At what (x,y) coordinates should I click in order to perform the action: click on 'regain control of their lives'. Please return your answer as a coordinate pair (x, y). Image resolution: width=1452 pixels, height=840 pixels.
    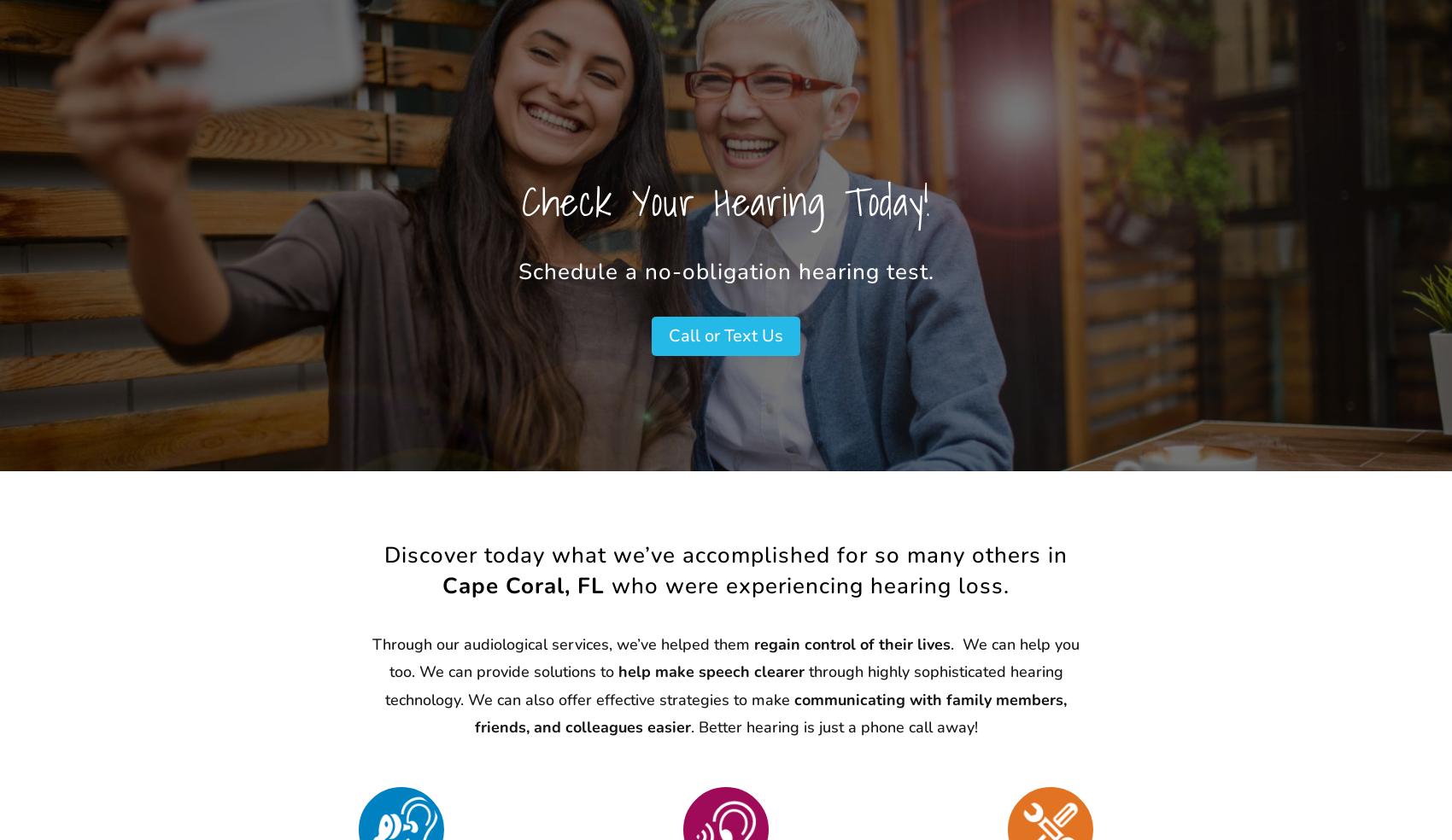
    Looking at the image, I should click on (852, 643).